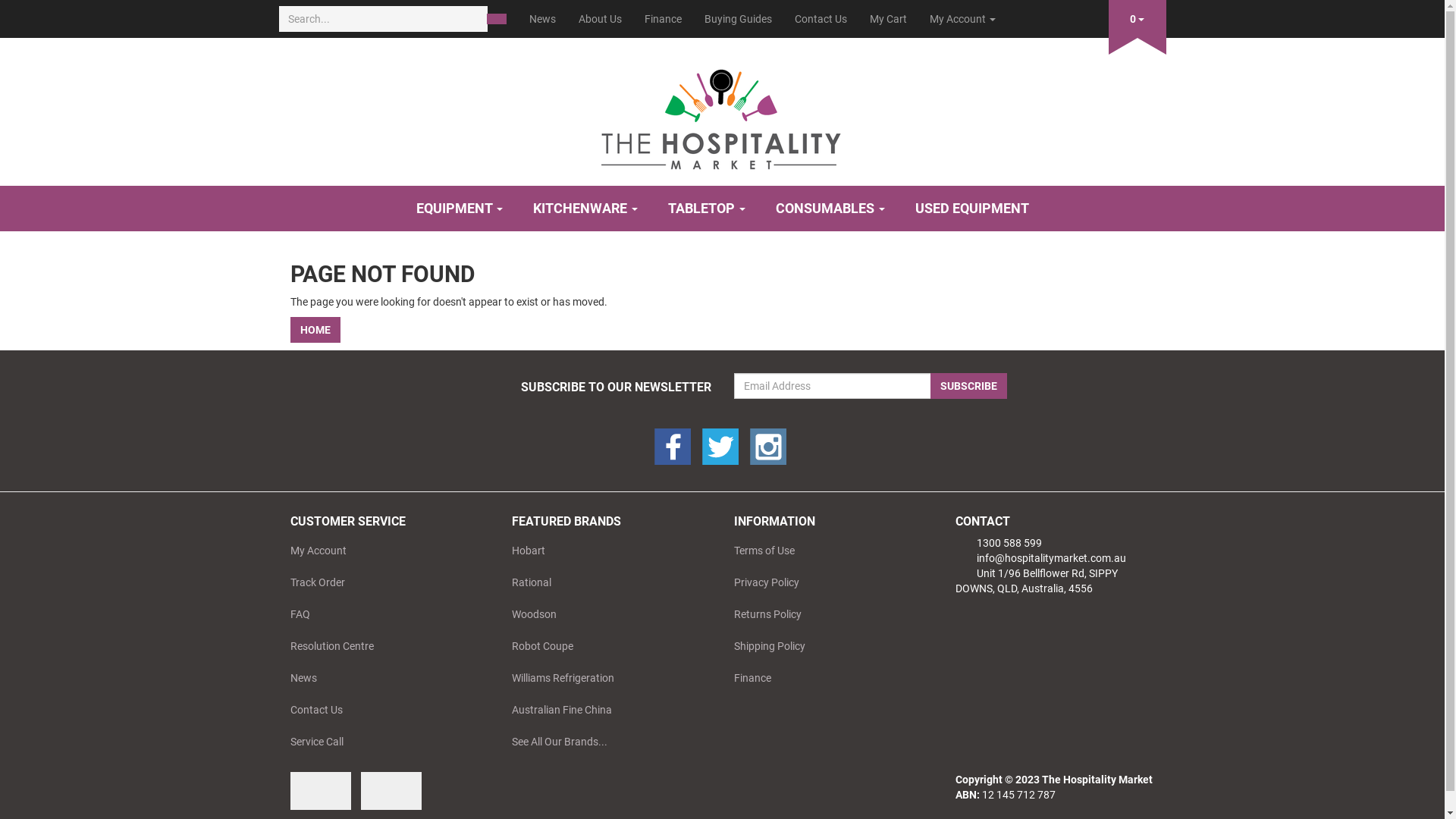 The image size is (1456, 819). Describe the element at coordinates (457, 208) in the screenshot. I see `'EQUIPMENT'` at that location.